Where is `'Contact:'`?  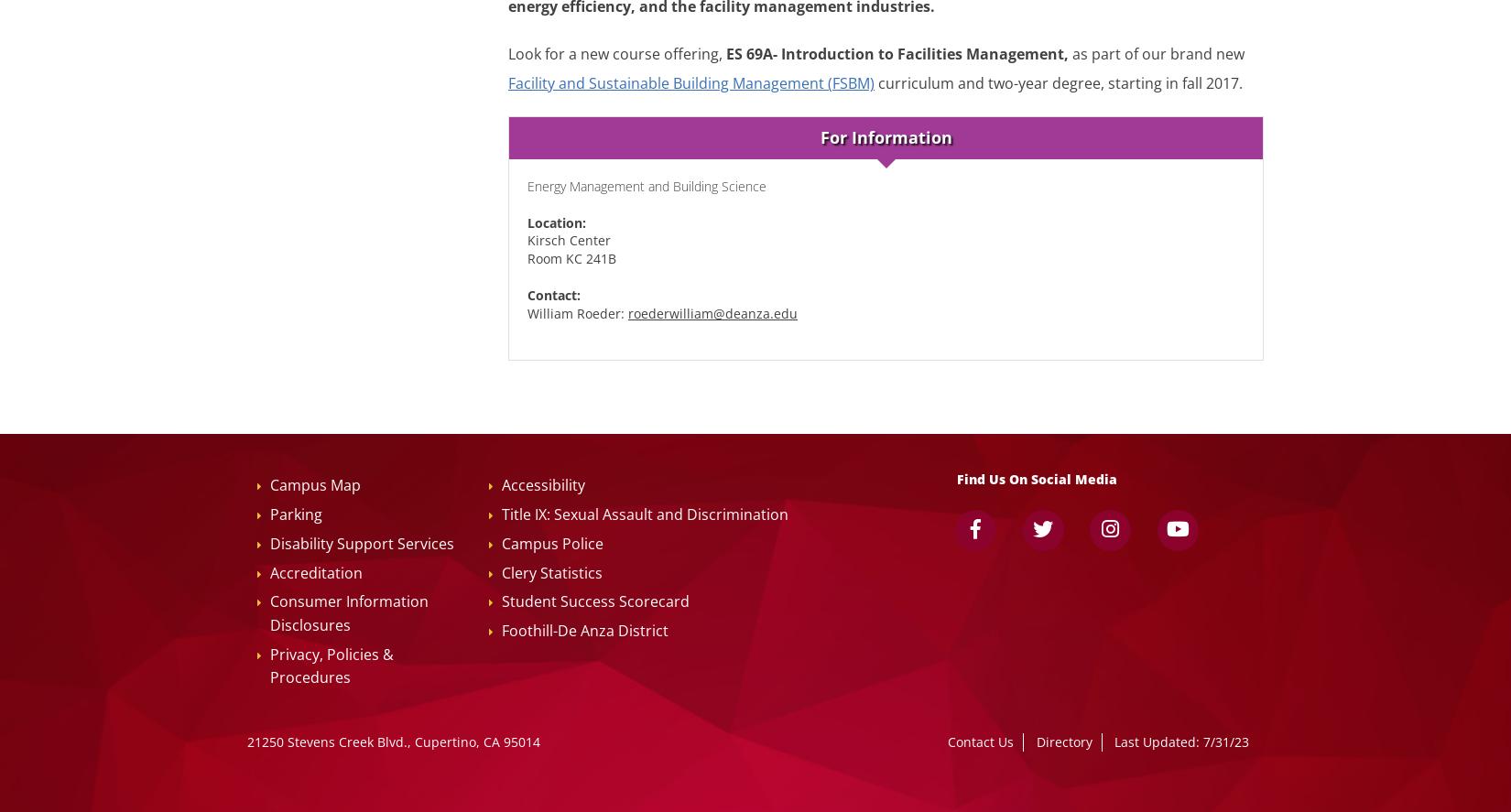 'Contact:' is located at coordinates (553, 295).